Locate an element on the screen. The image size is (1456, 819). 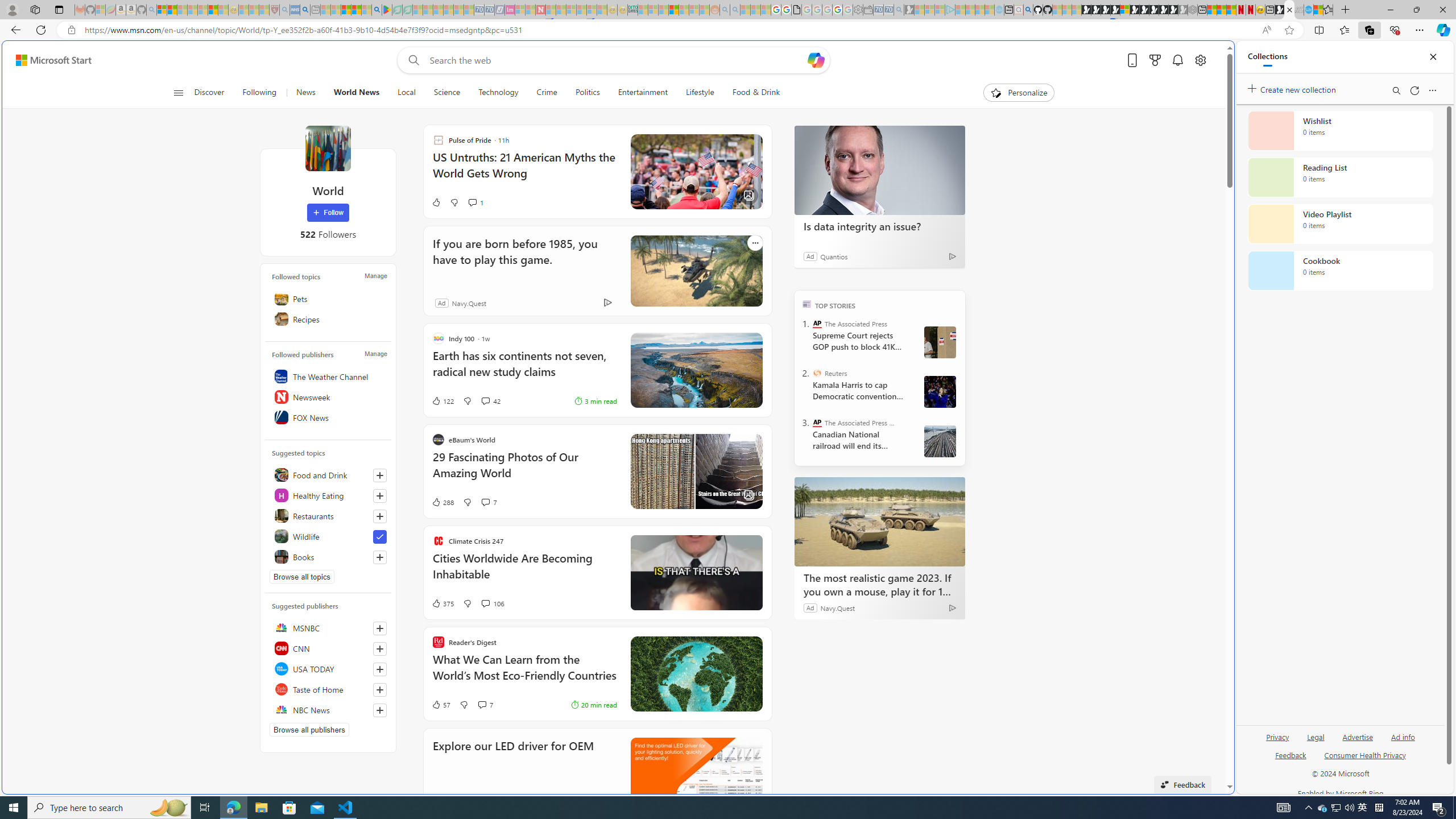
'World' is located at coordinates (328, 148).